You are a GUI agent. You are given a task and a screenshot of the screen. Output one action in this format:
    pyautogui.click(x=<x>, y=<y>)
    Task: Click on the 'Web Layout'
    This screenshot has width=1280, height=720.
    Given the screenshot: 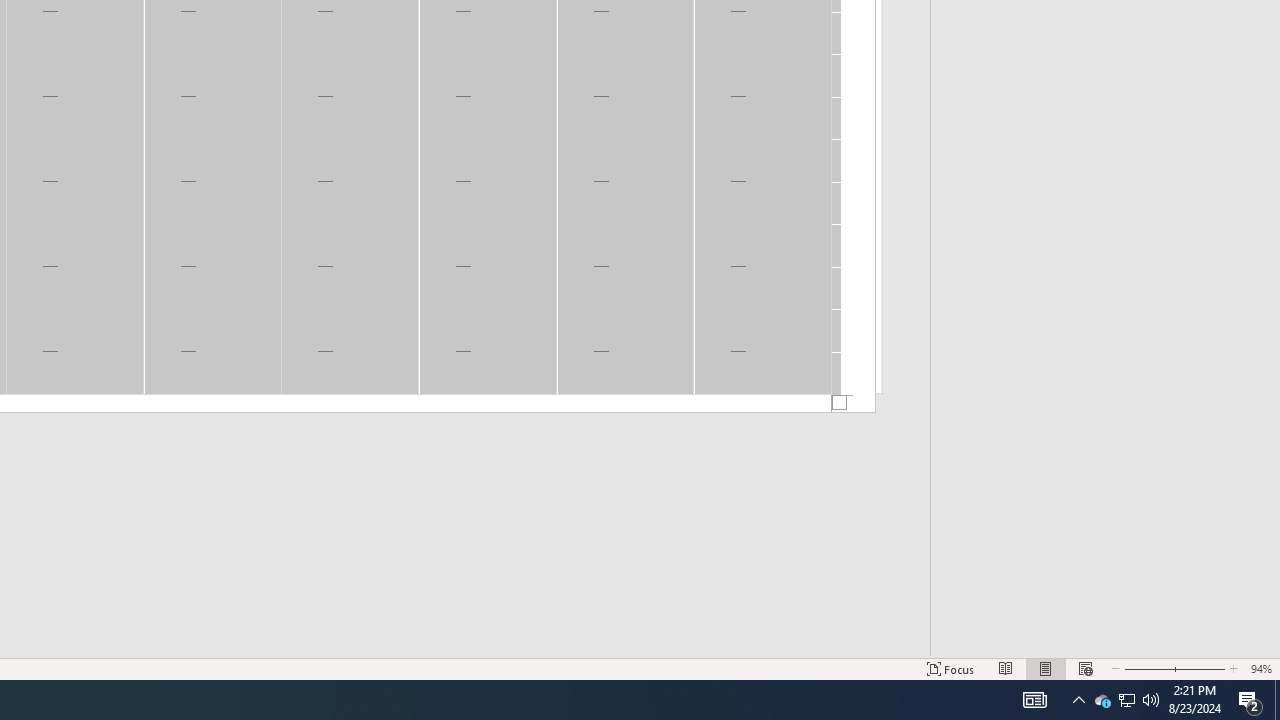 What is the action you would take?
    pyautogui.click(x=1085, y=669)
    